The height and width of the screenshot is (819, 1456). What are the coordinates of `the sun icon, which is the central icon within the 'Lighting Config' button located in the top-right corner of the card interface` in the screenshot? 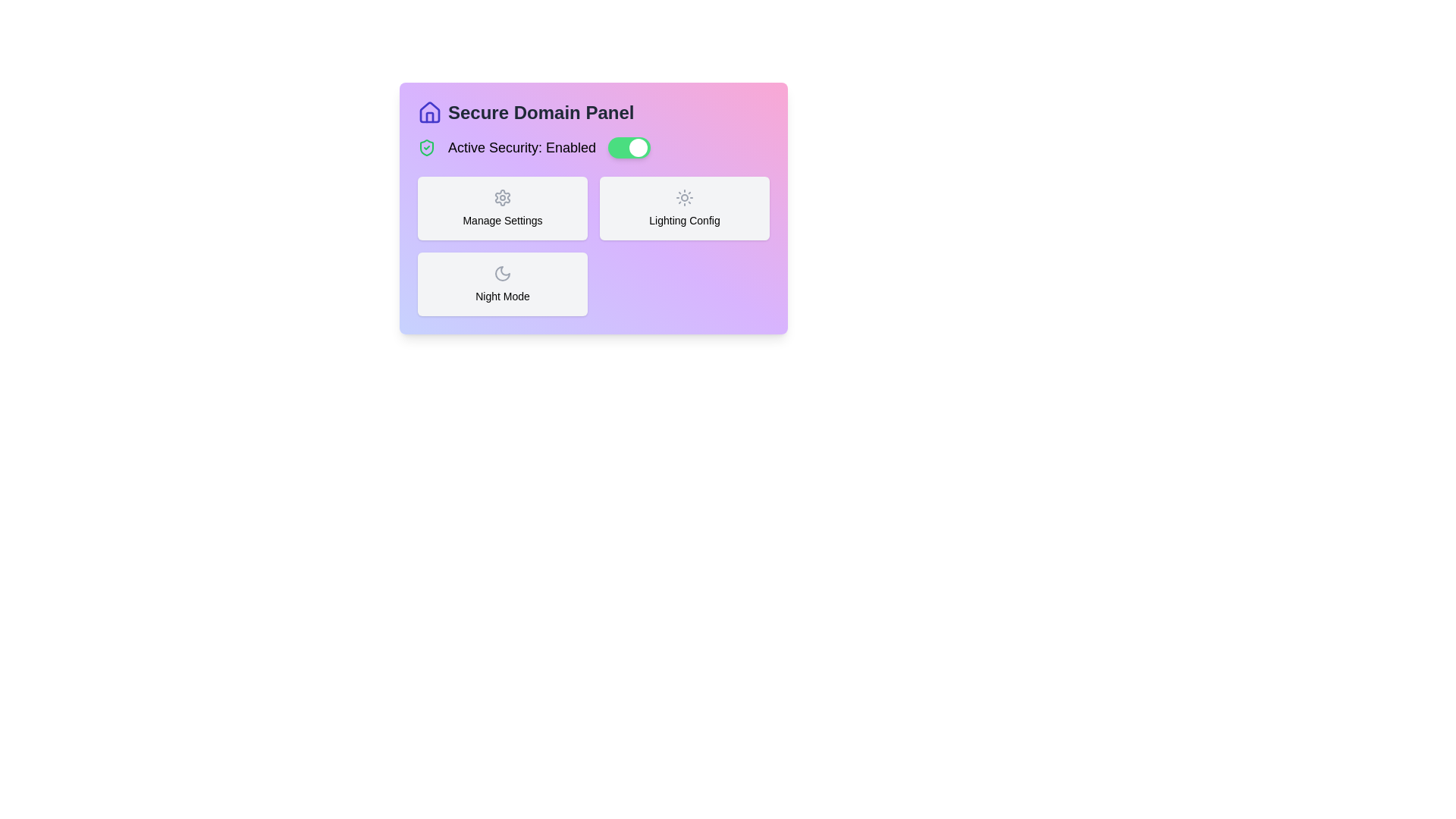 It's located at (683, 197).